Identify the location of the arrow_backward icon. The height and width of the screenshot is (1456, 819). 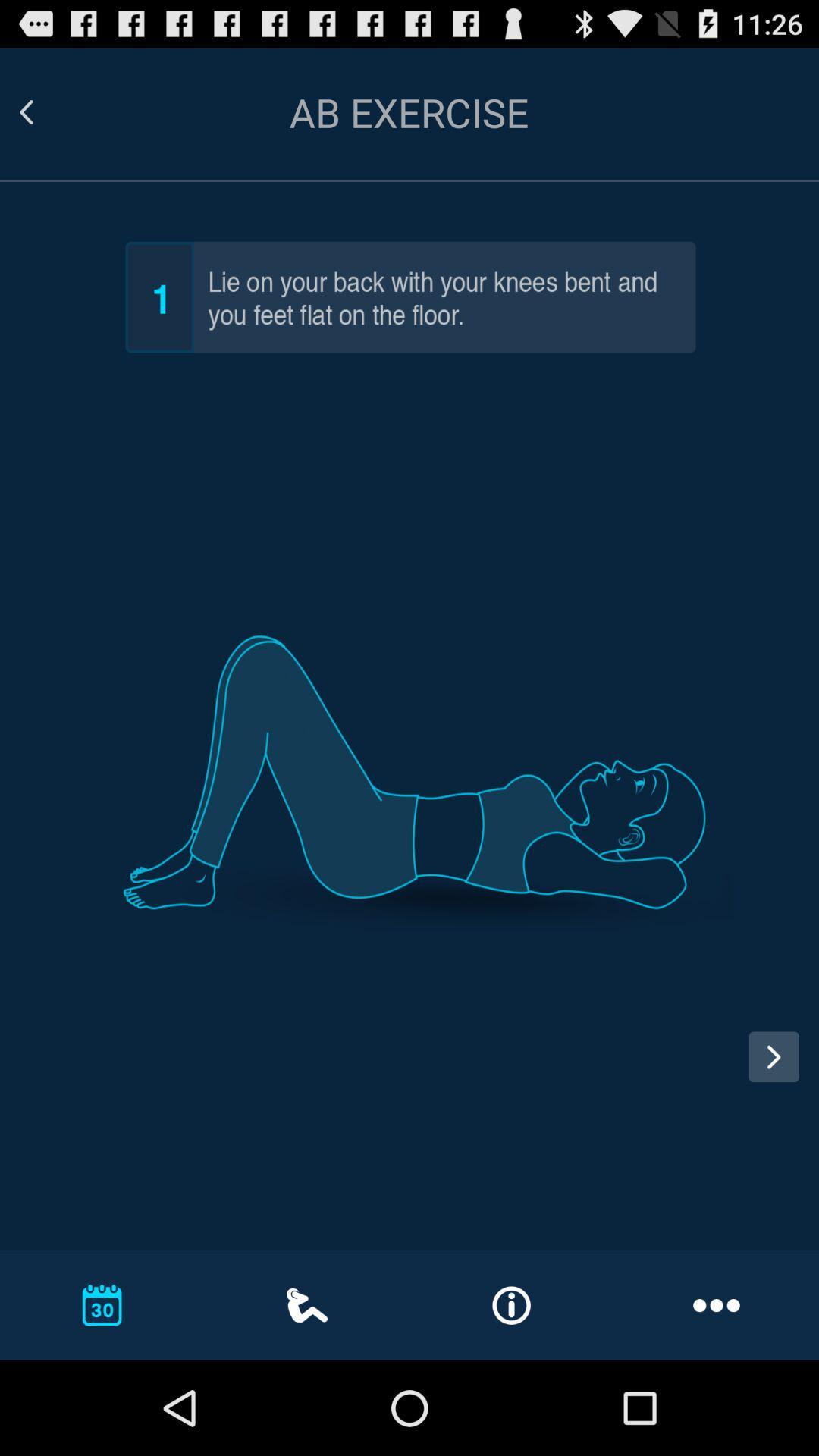
(44, 119).